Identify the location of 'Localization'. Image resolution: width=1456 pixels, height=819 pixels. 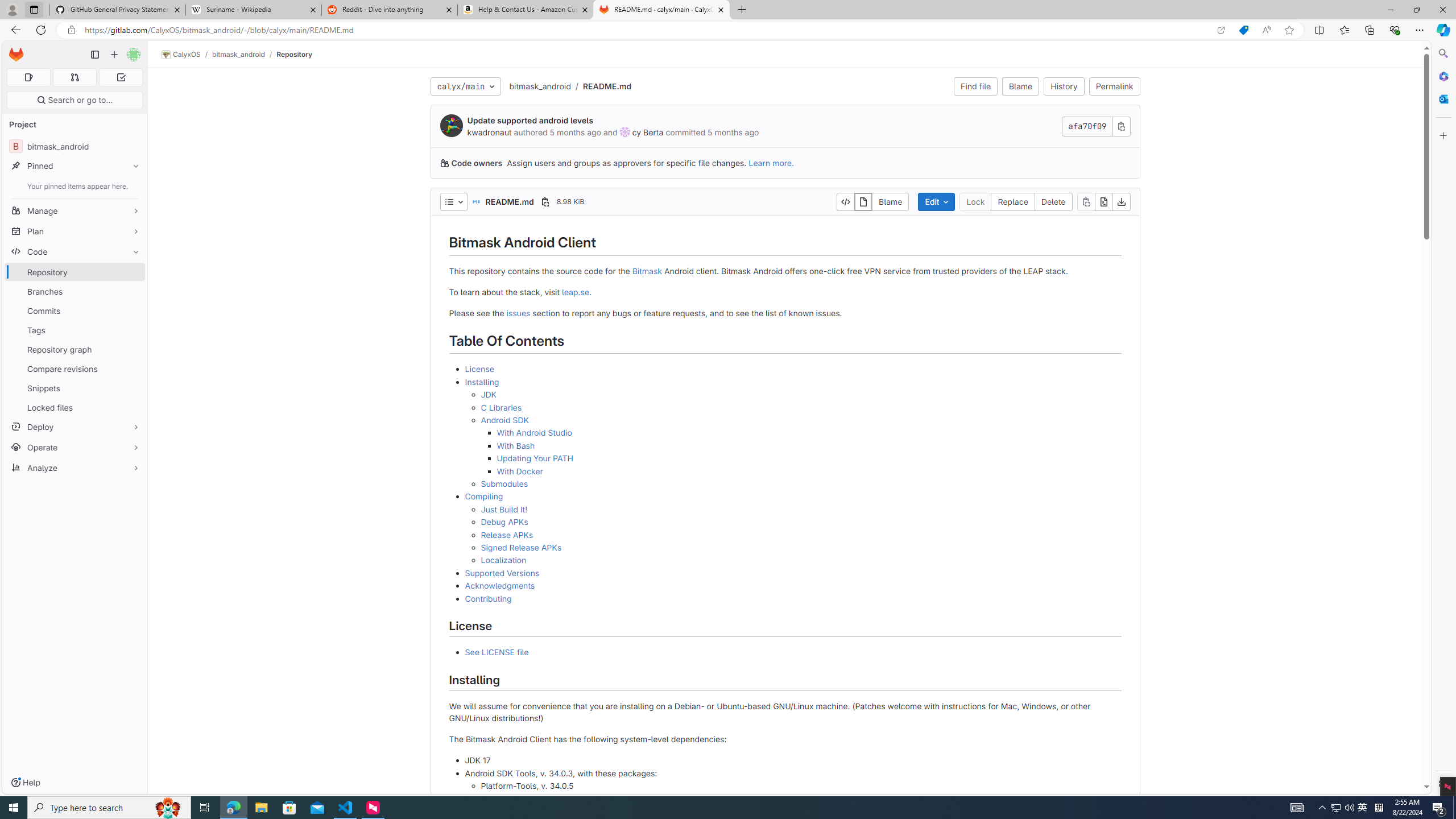
(503, 560).